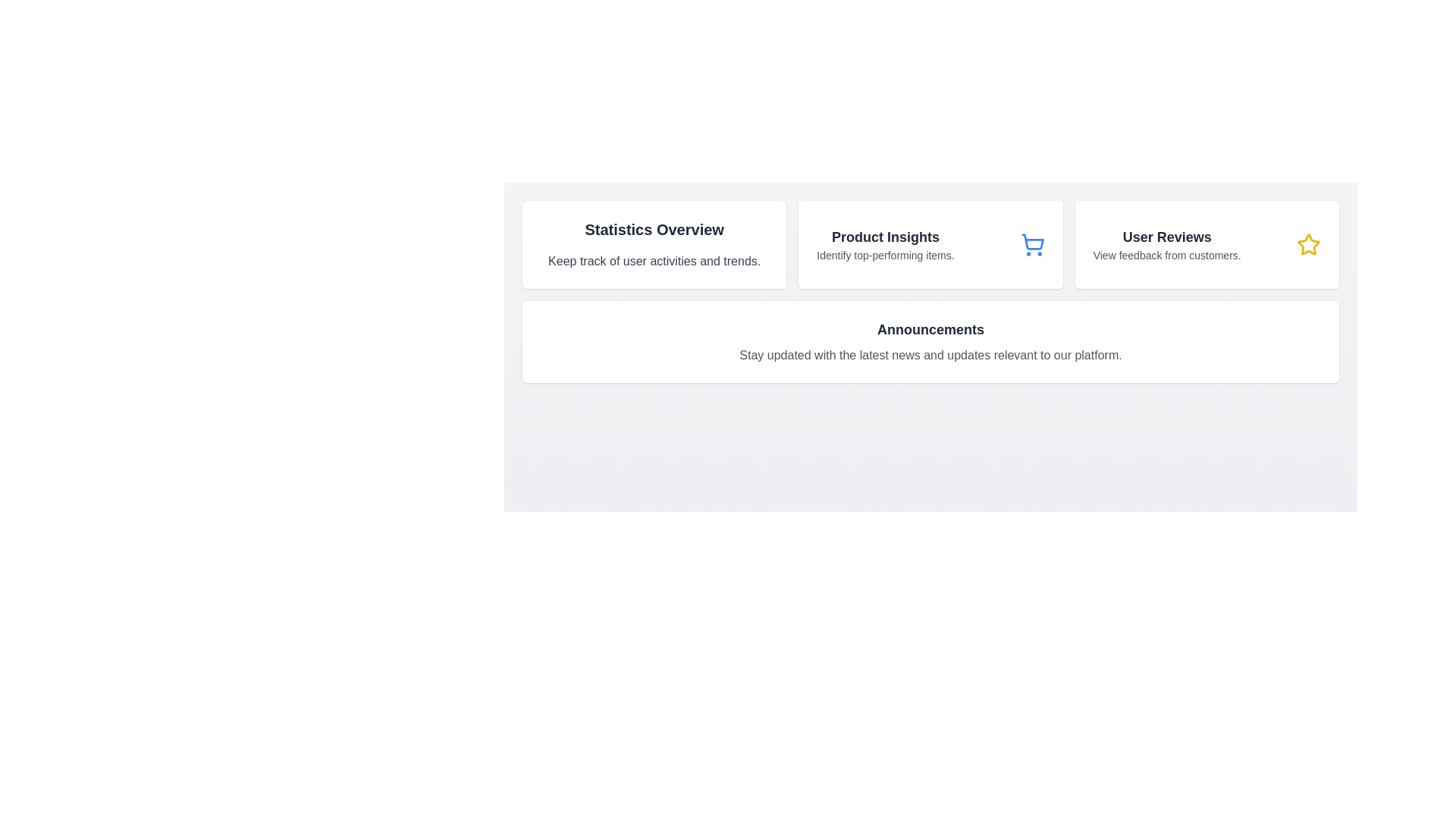  Describe the element at coordinates (930, 329) in the screenshot. I see `the Section Header titled 'Announcements', which serves as the title for the content below it` at that location.